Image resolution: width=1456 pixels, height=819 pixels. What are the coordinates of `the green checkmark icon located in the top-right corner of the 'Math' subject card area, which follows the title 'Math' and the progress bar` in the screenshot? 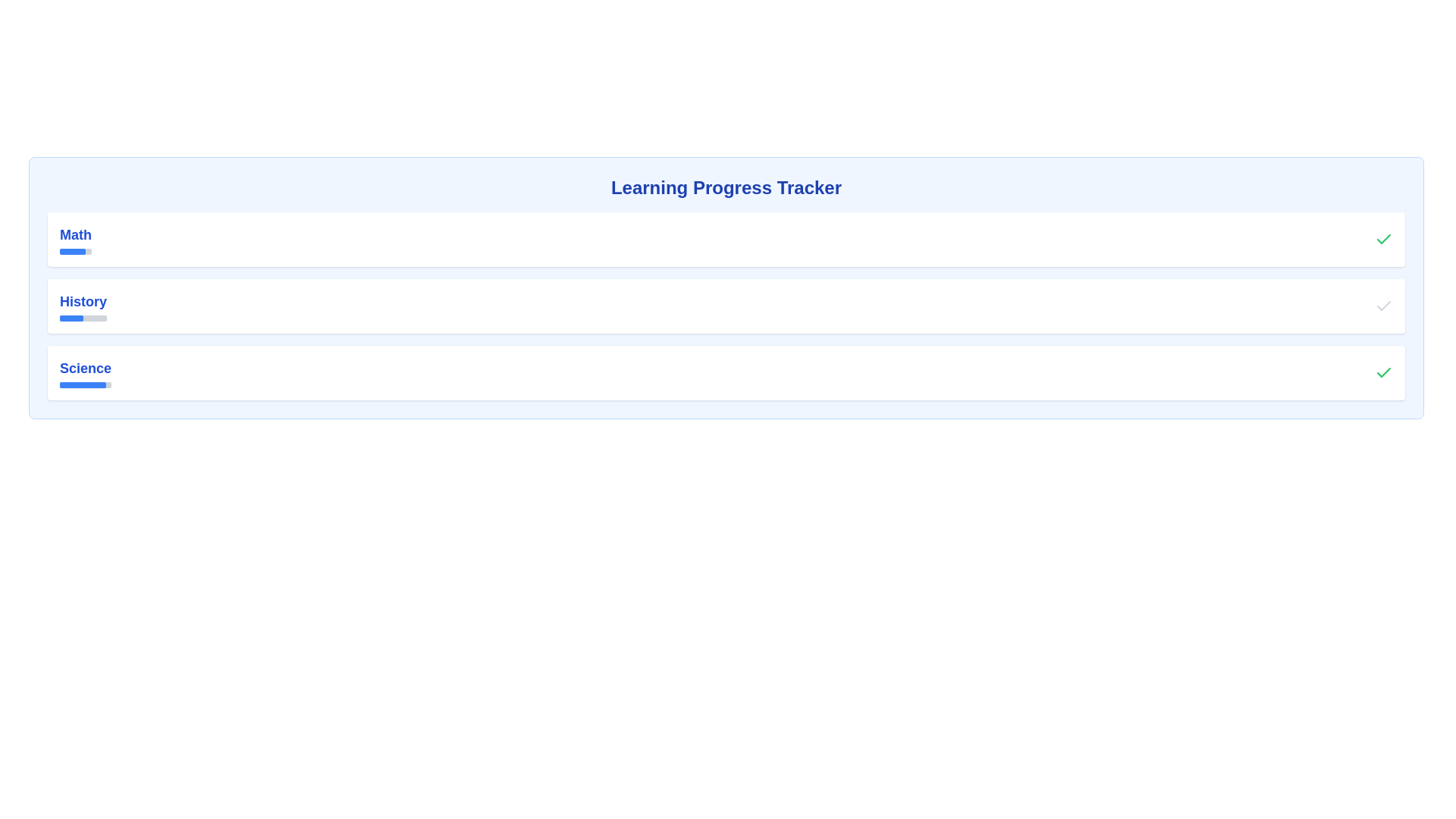 It's located at (1383, 239).